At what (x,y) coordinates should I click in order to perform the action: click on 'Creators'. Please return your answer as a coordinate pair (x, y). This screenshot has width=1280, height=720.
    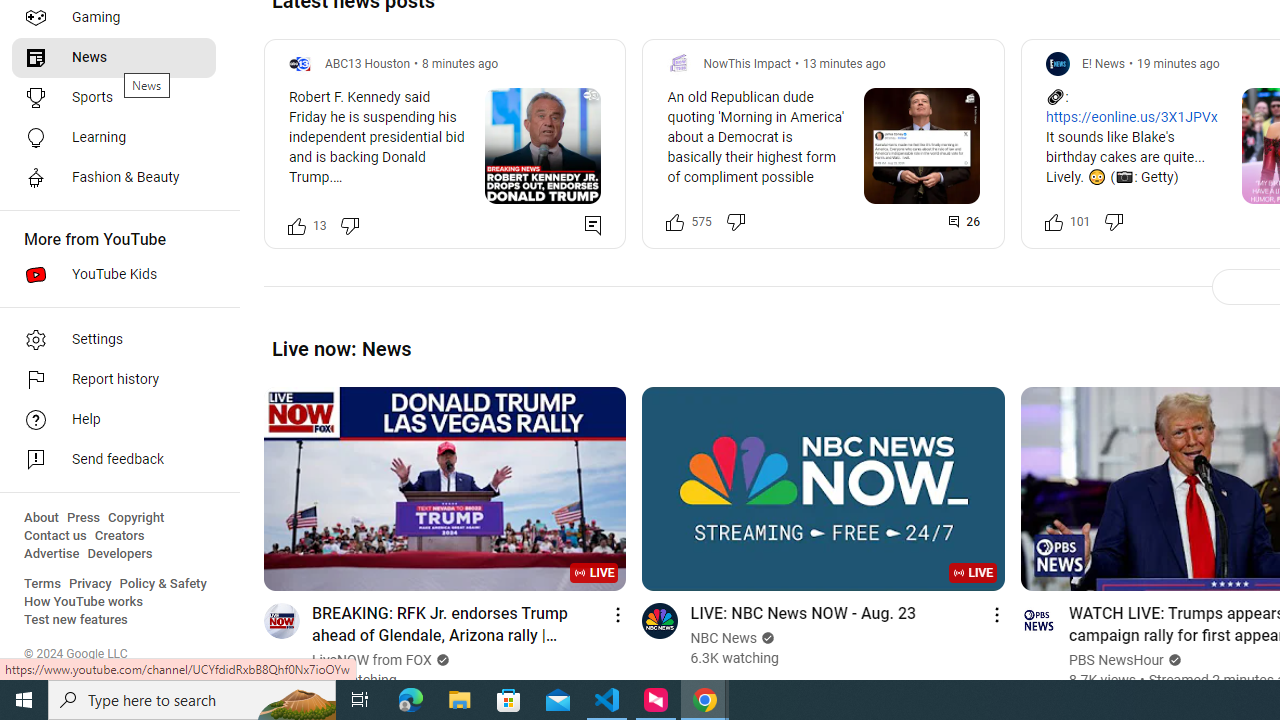
    Looking at the image, I should click on (118, 535).